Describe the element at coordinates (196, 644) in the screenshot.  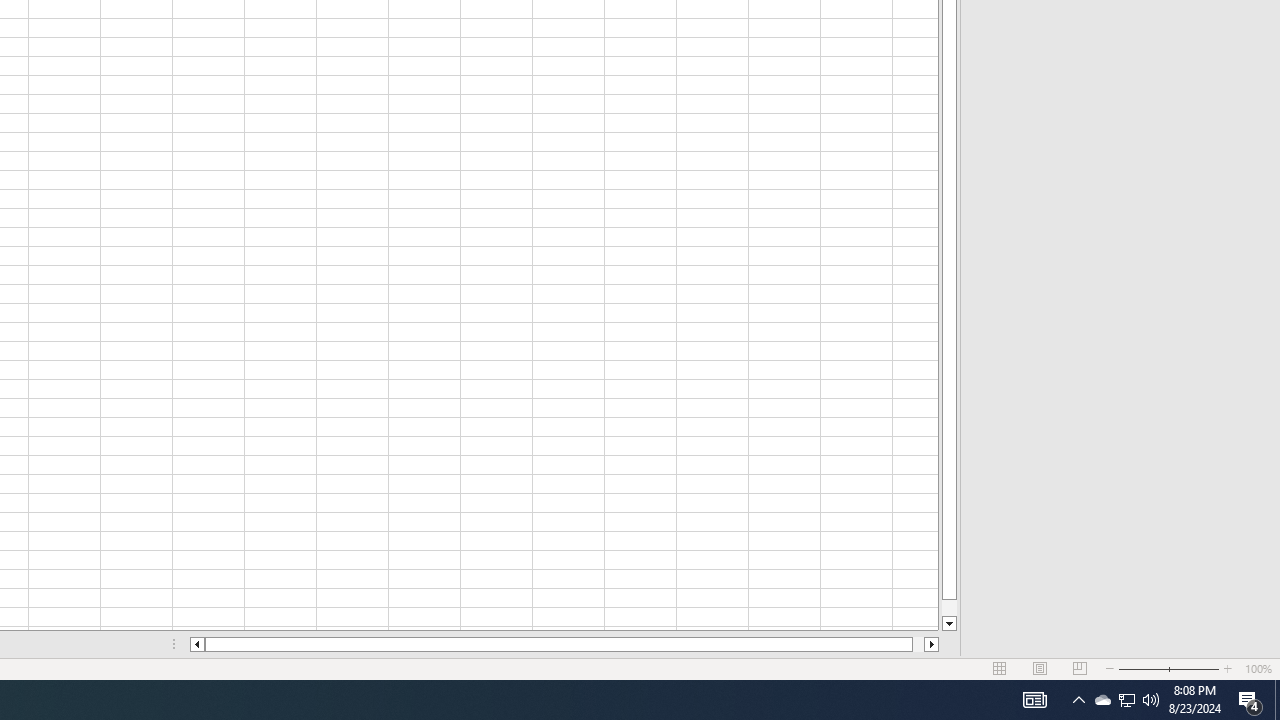
I see `'Column left'` at that location.